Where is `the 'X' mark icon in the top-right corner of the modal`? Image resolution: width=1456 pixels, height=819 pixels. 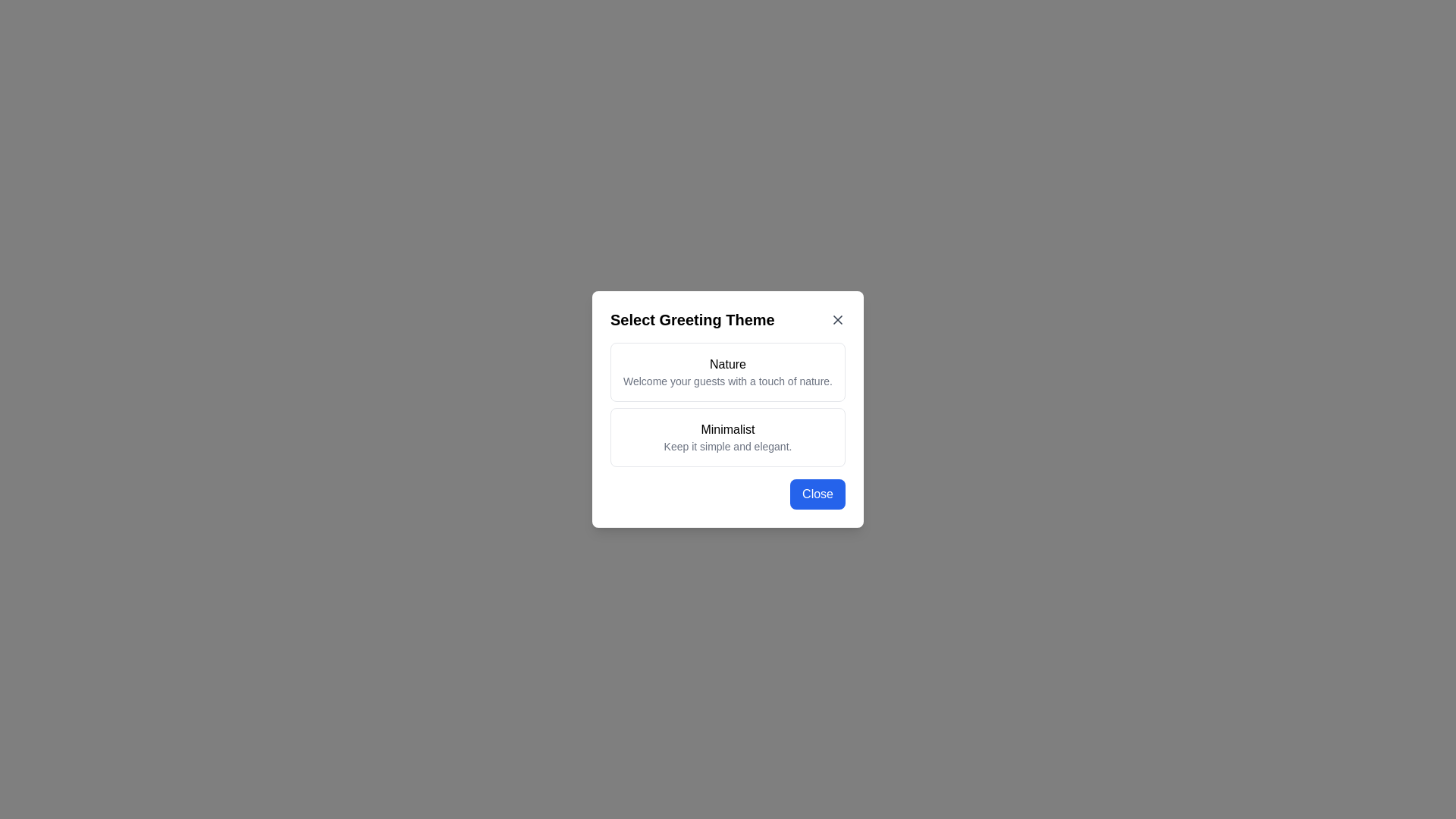
the 'X' mark icon in the top-right corner of the modal is located at coordinates (836, 318).